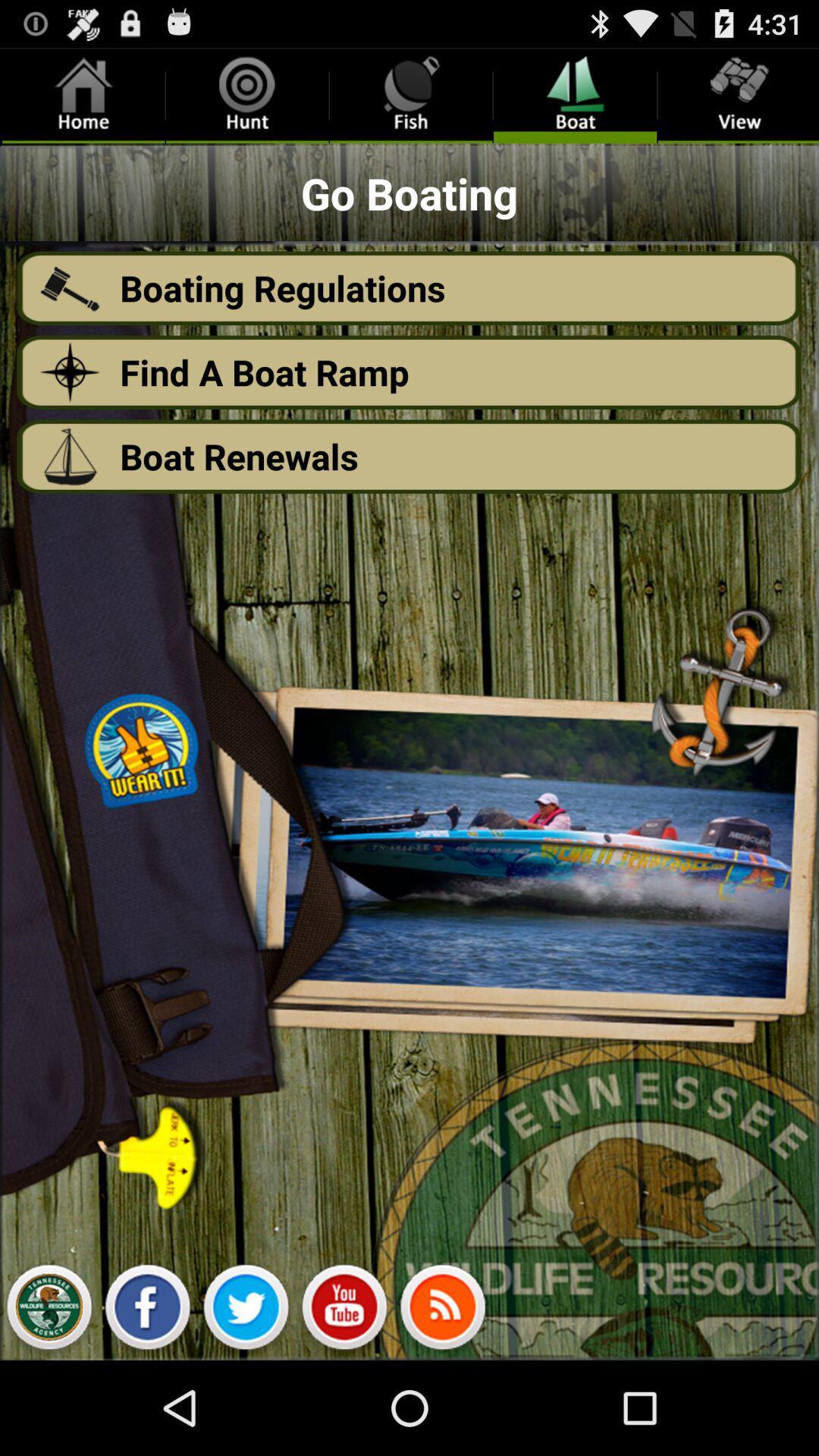 This screenshot has height=1456, width=819. I want to click on open youtube channel, so click(344, 1310).